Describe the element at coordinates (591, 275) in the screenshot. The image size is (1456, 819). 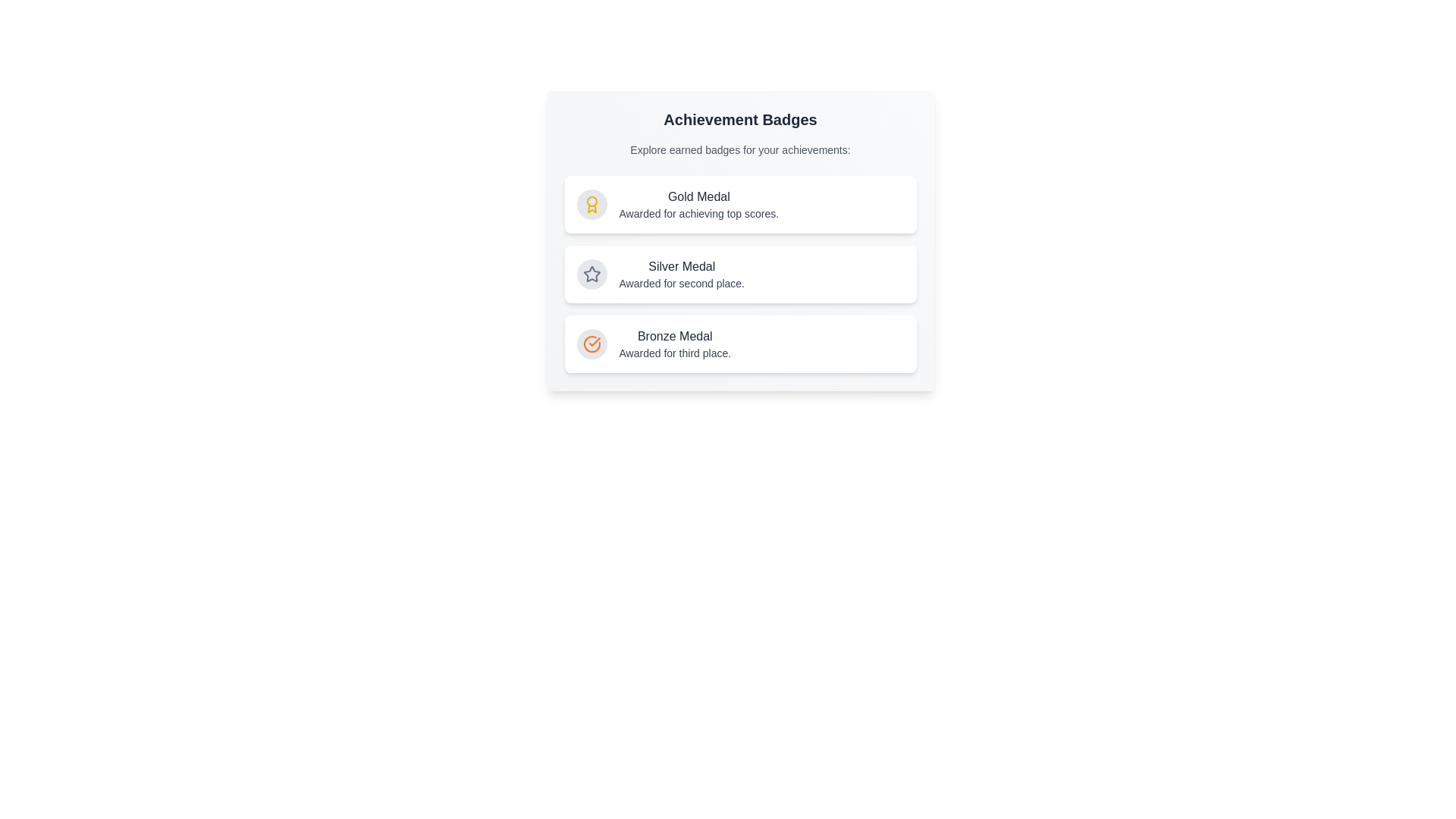
I see `the 'Silver Medal' achievement icon located on the left side of the 'Silver Medal' section, just before the text 'Silver Medal Awarded for second place.'` at that location.